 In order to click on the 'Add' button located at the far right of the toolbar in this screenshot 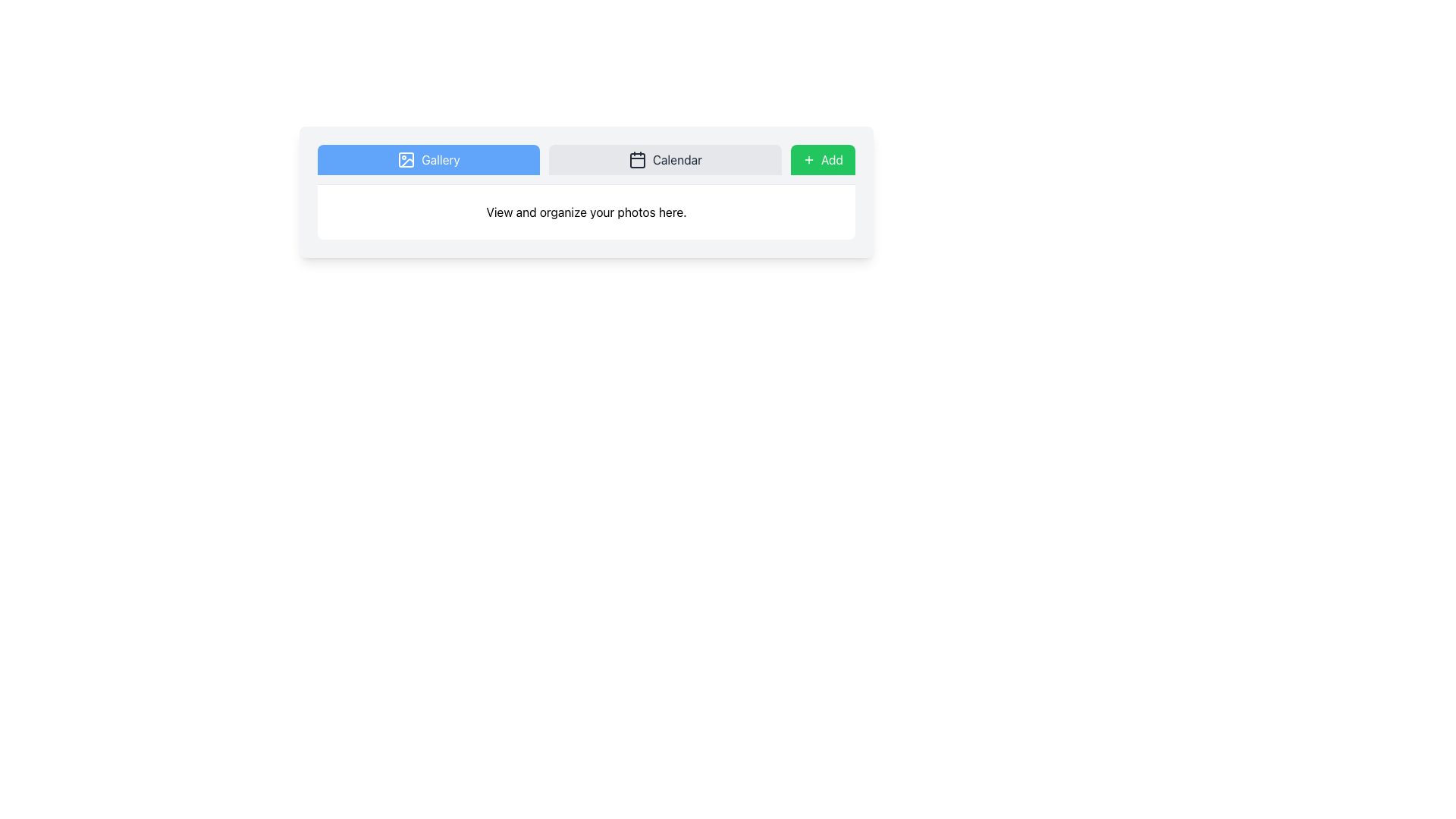, I will do `click(822, 160)`.